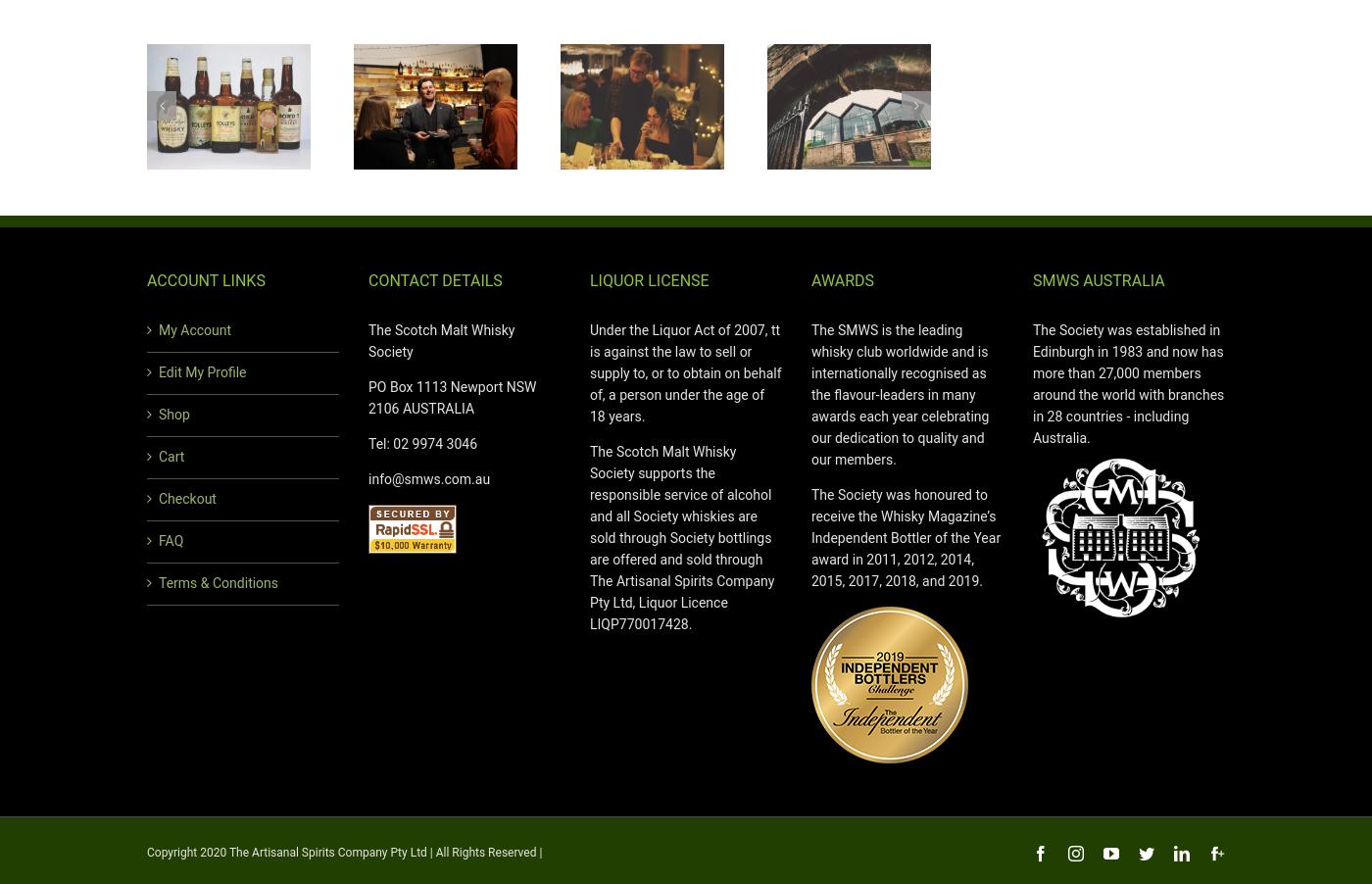 The width and height of the screenshot is (1372, 884). Describe the element at coordinates (219, 582) in the screenshot. I see `'Terms & Conditions'` at that location.